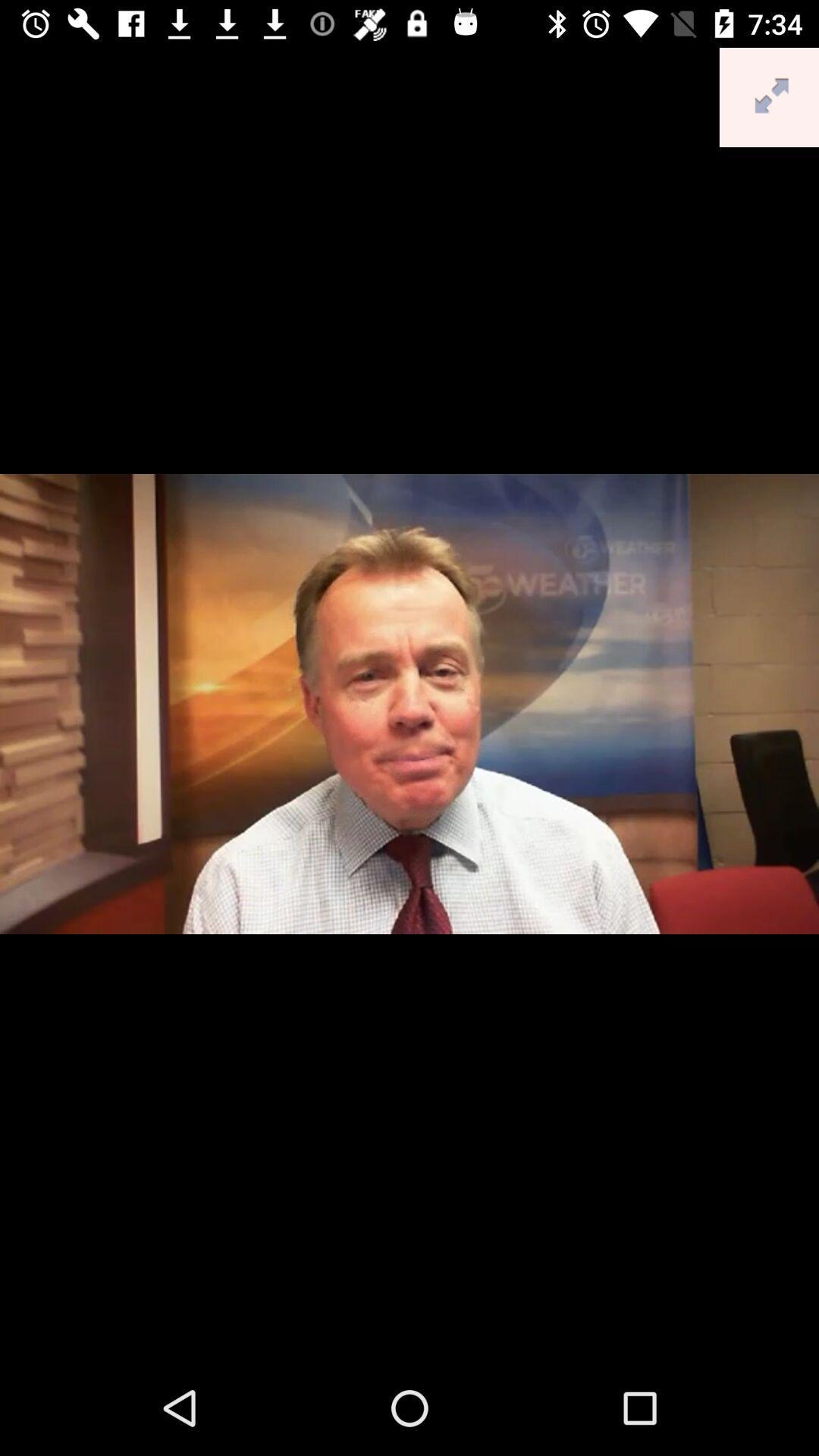 Image resolution: width=819 pixels, height=1456 pixels. I want to click on the fullscreen icon, so click(769, 96).